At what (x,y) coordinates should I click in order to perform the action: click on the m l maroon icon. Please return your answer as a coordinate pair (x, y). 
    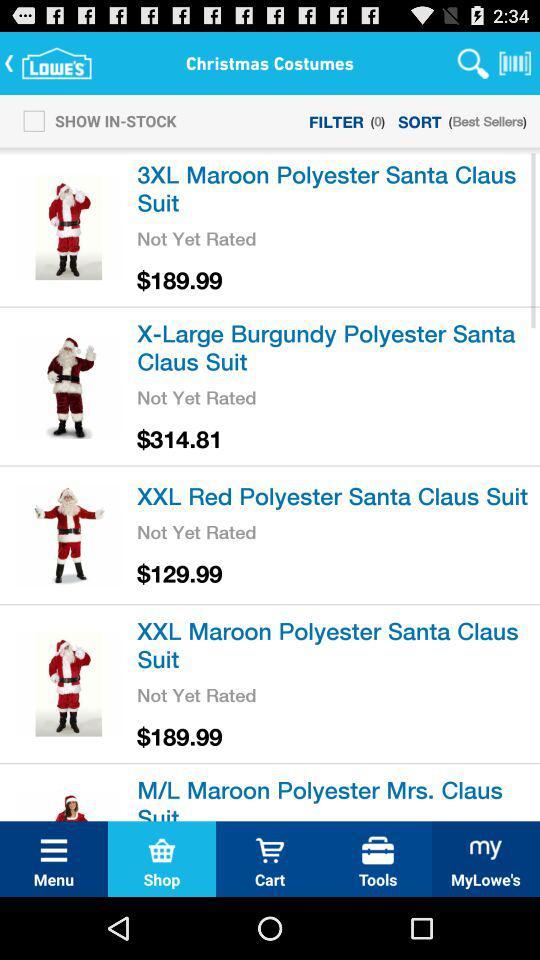
    Looking at the image, I should click on (335, 796).